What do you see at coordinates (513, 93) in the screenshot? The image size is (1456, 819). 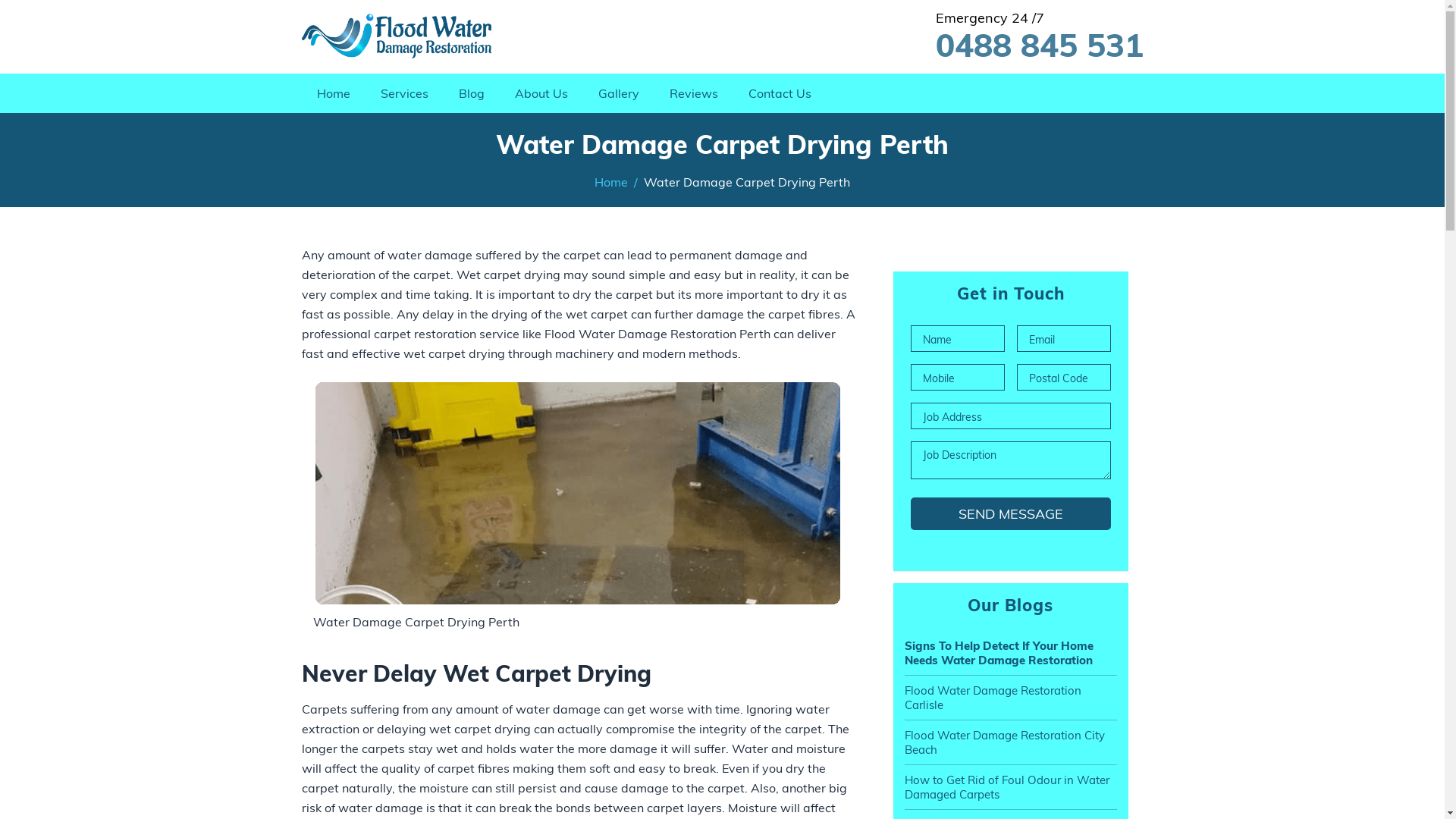 I see `'About Us'` at bounding box center [513, 93].